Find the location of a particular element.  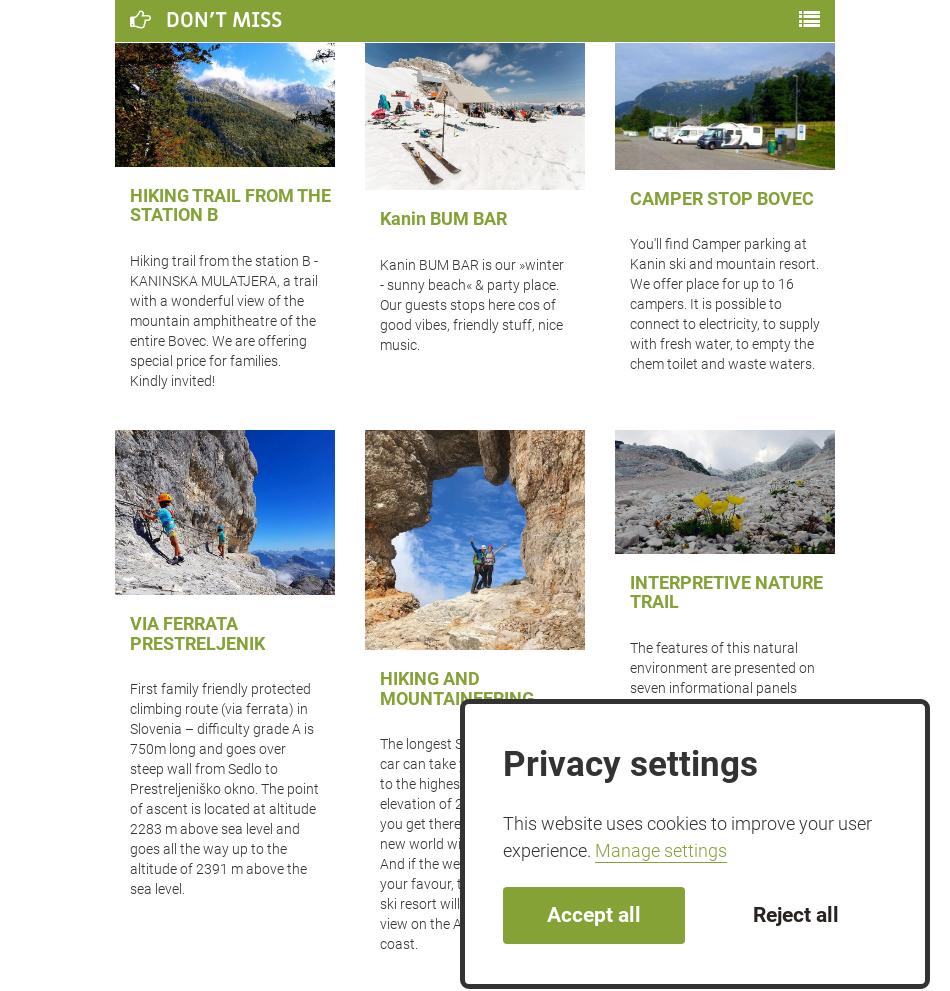

'First family friendly protected climbing route (via ferrata) in Slovenia – difficulty  grade A is 750m long and goes over steep wall from Sedlo to Prestreljeniško okno. The point of ascent is located at altitude 2283 m above sea level and goes all the way up to the altitude of 2391 m above the sea level.' is located at coordinates (129, 788).